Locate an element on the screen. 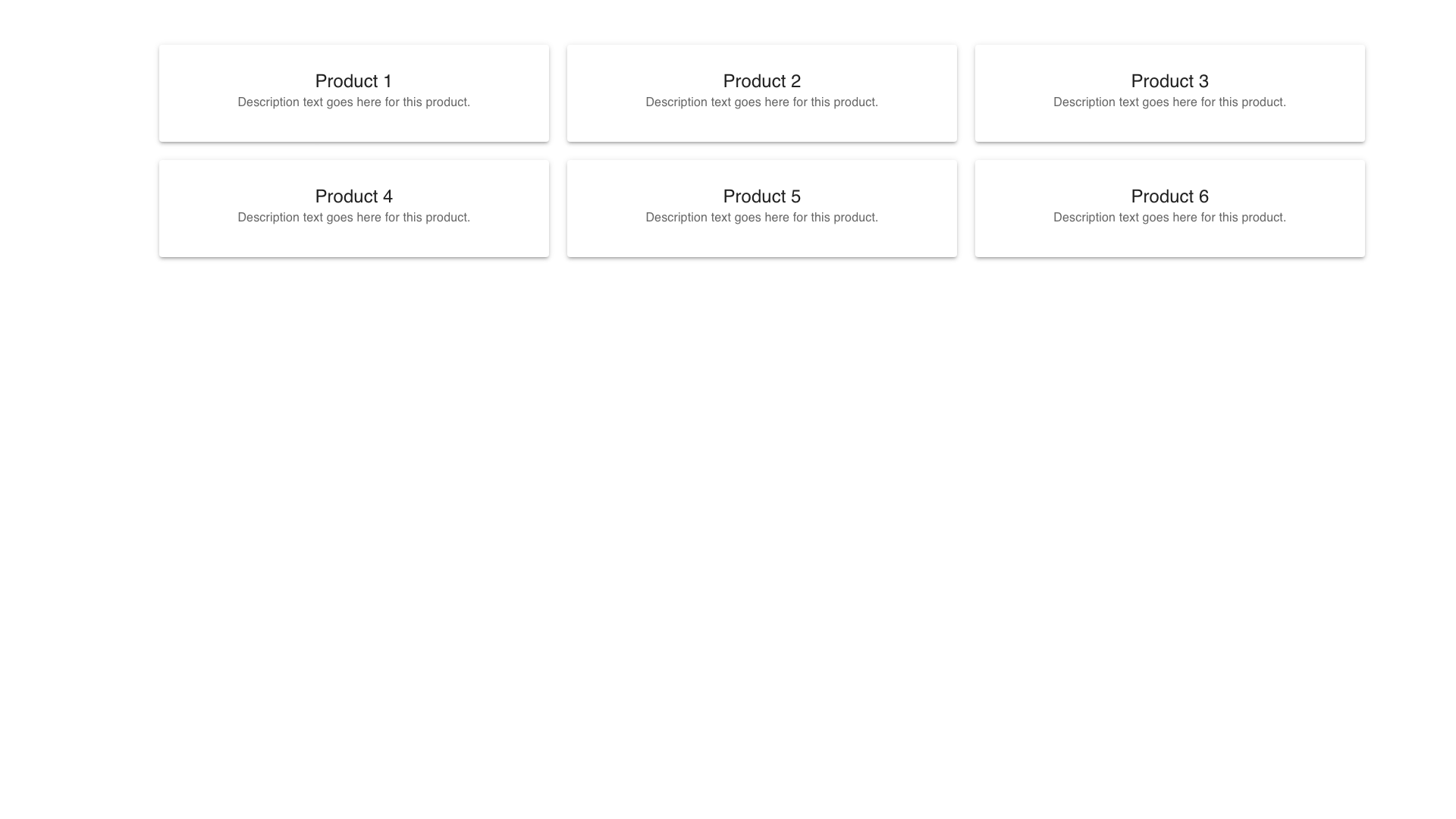 The width and height of the screenshot is (1456, 819). the Text Label providing a brief description of 'Product 1' located beneath its title within the card is located at coordinates (353, 102).